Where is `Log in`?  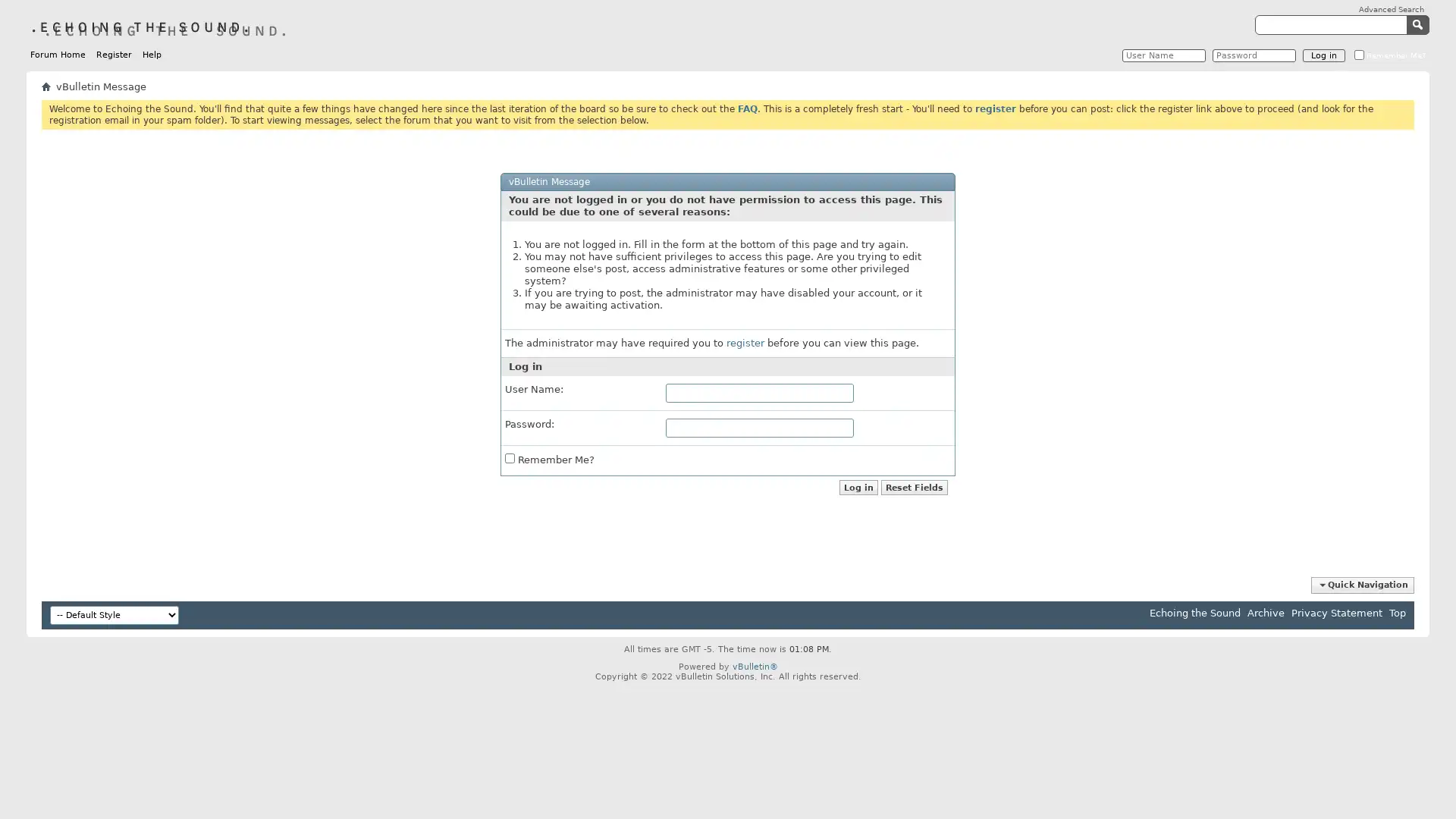 Log in is located at coordinates (858, 488).